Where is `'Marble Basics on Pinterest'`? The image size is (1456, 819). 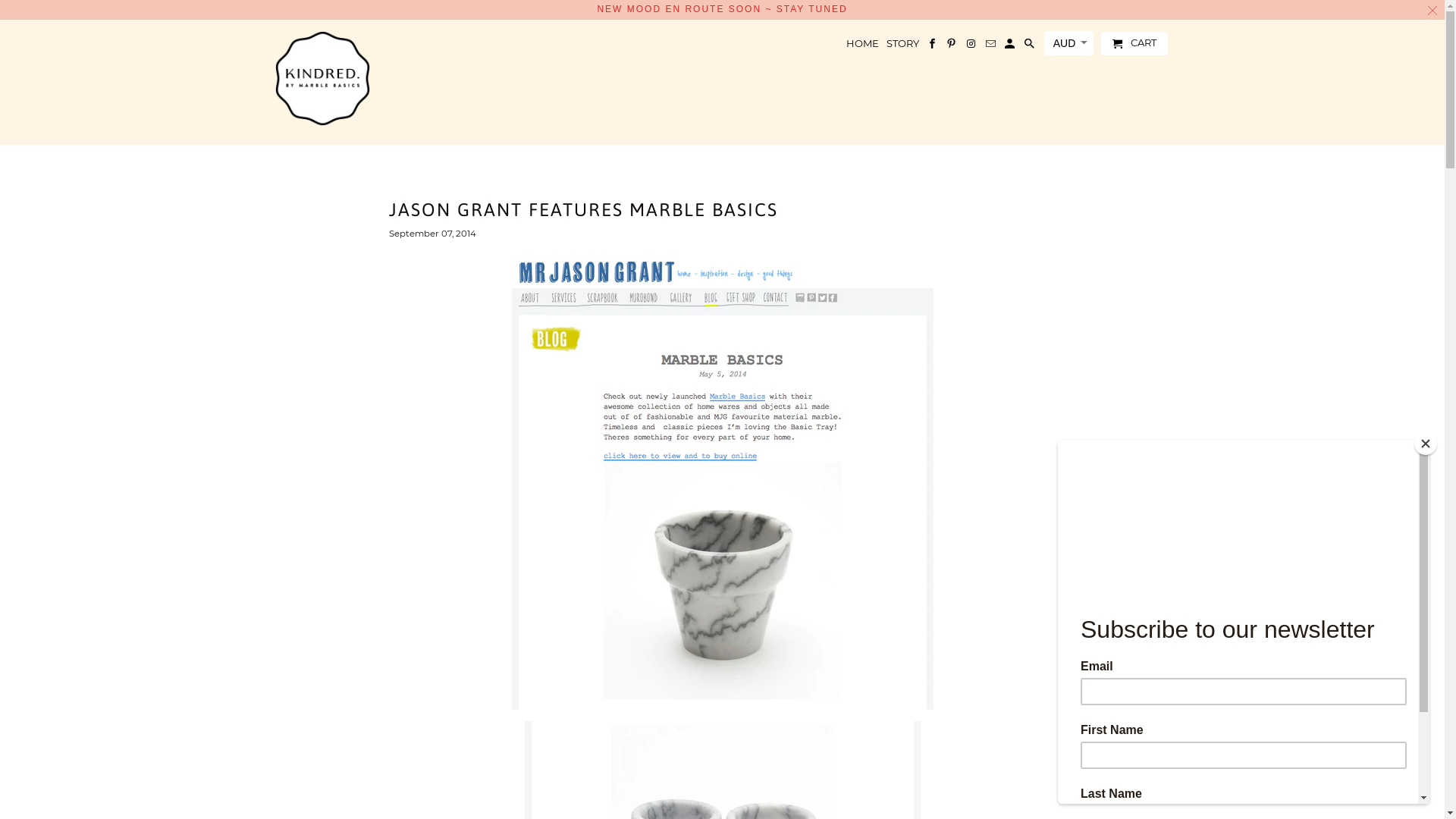 'Marble Basics on Pinterest' is located at coordinates (952, 45).